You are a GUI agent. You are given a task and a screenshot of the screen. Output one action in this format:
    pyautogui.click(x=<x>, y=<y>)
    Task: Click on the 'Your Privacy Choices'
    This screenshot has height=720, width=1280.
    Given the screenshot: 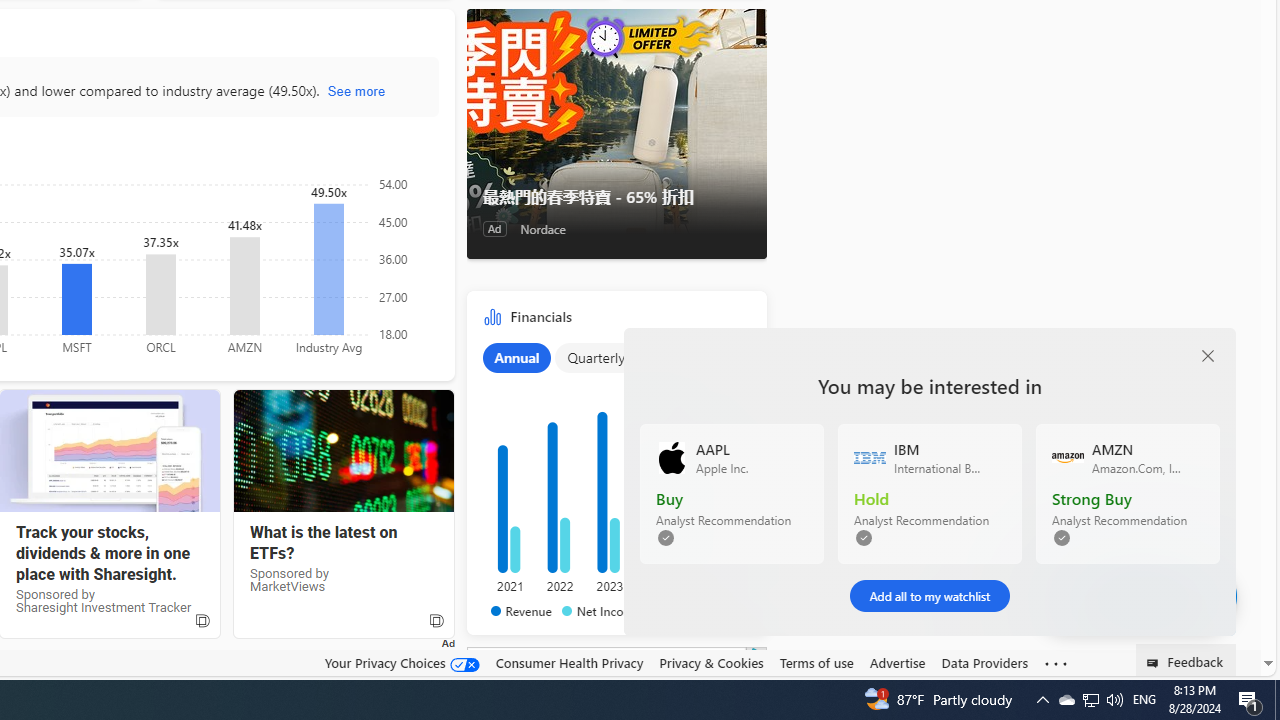 What is the action you would take?
    pyautogui.click(x=400, y=663)
    